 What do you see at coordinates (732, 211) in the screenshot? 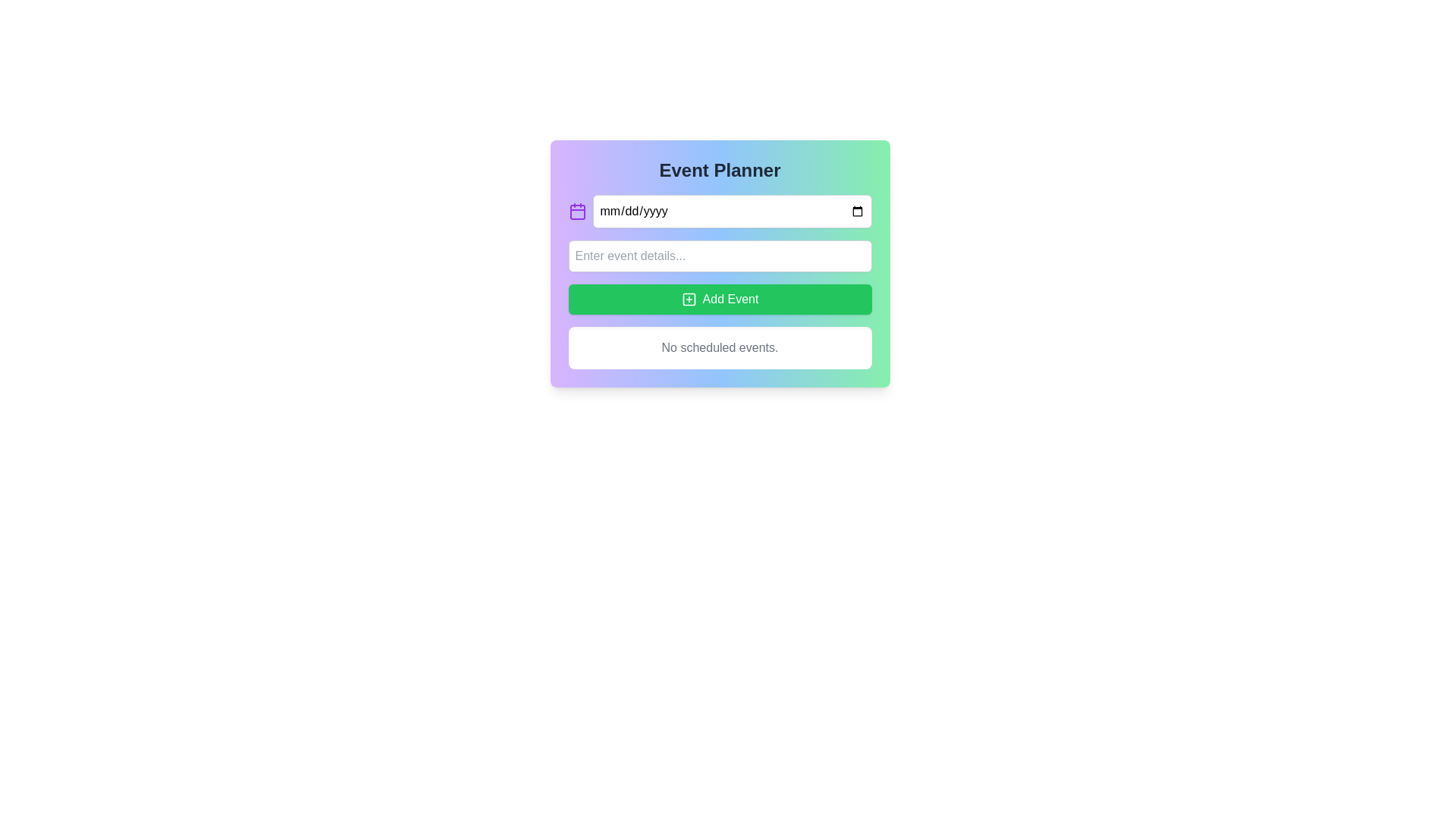
I see `the date input field, which is a rectangular white input field with a light gray border and rounded corners` at bounding box center [732, 211].